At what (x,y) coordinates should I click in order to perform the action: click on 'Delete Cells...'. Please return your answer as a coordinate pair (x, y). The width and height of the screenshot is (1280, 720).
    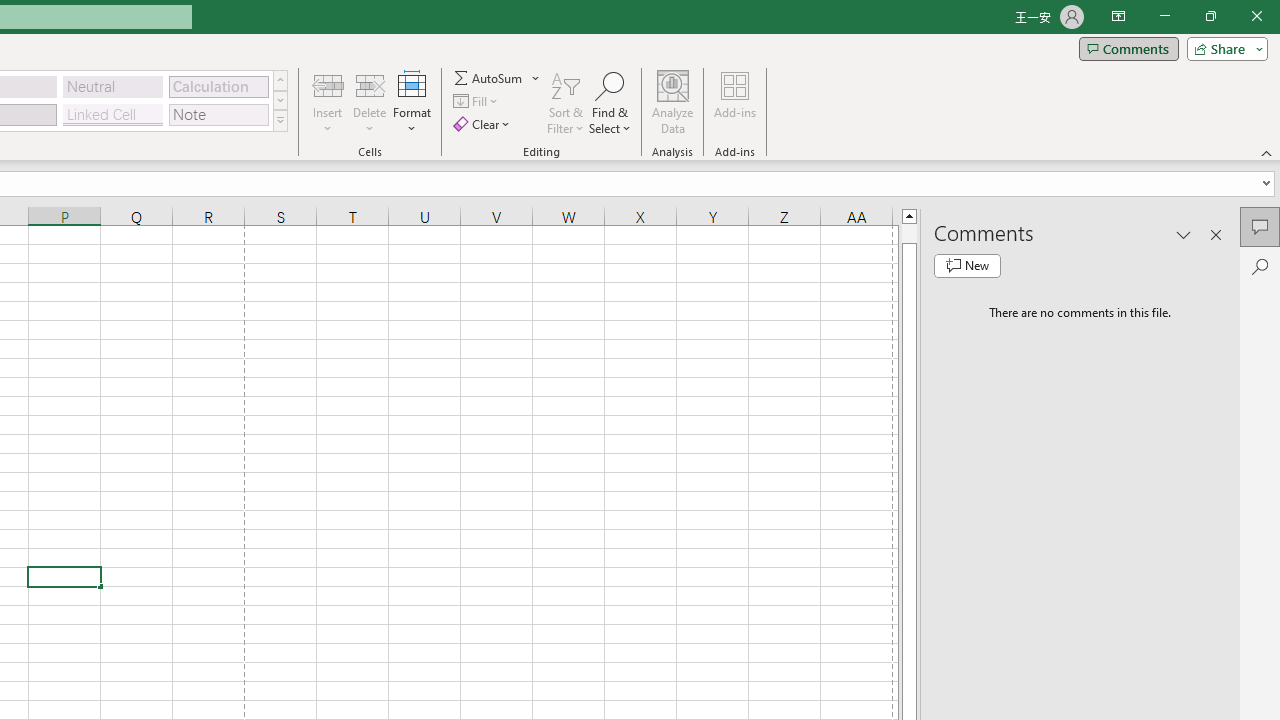
    Looking at the image, I should click on (369, 84).